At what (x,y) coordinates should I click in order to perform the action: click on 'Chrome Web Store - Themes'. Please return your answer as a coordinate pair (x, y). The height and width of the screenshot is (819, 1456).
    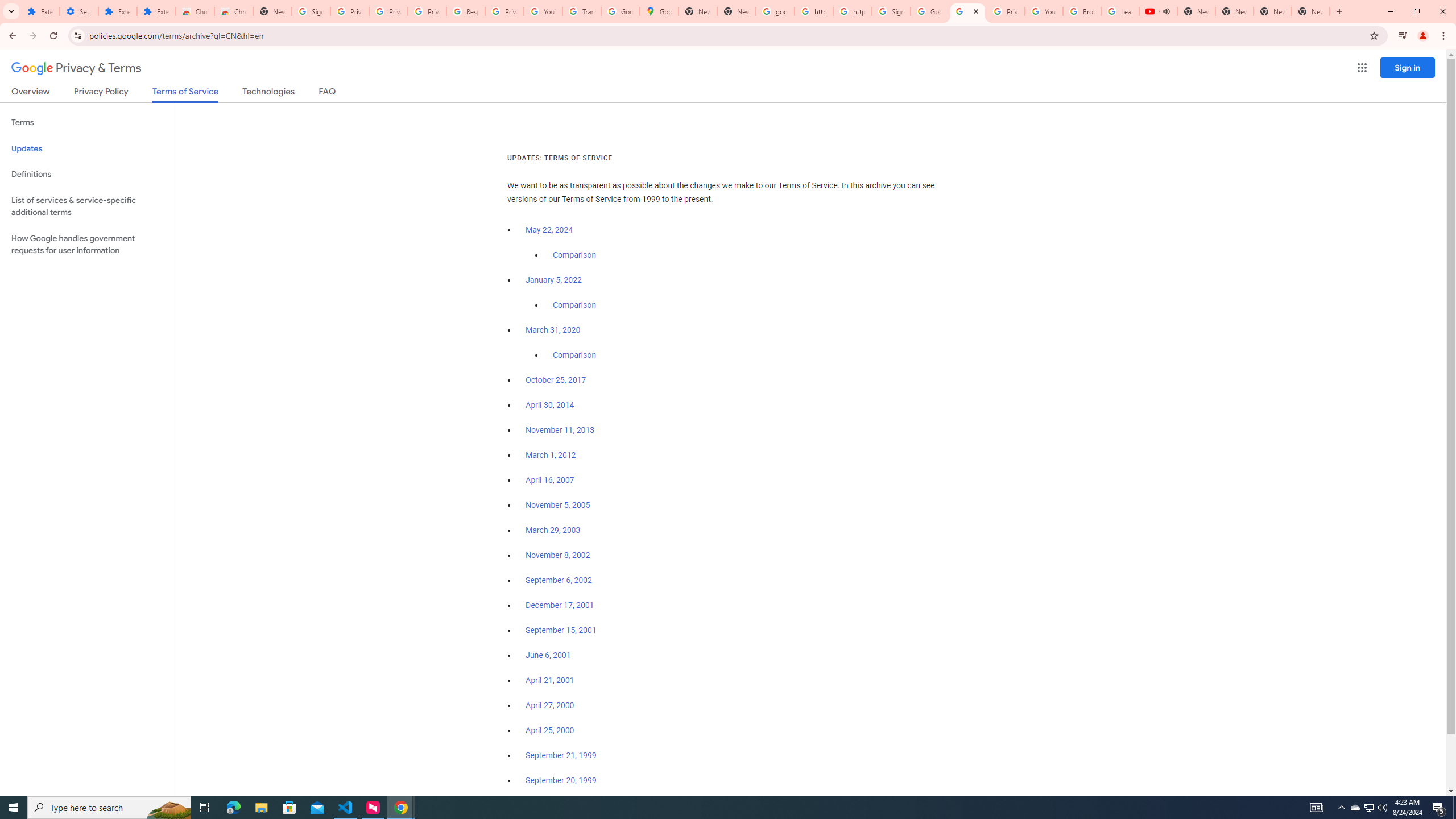
    Looking at the image, I should click on (233, 11).